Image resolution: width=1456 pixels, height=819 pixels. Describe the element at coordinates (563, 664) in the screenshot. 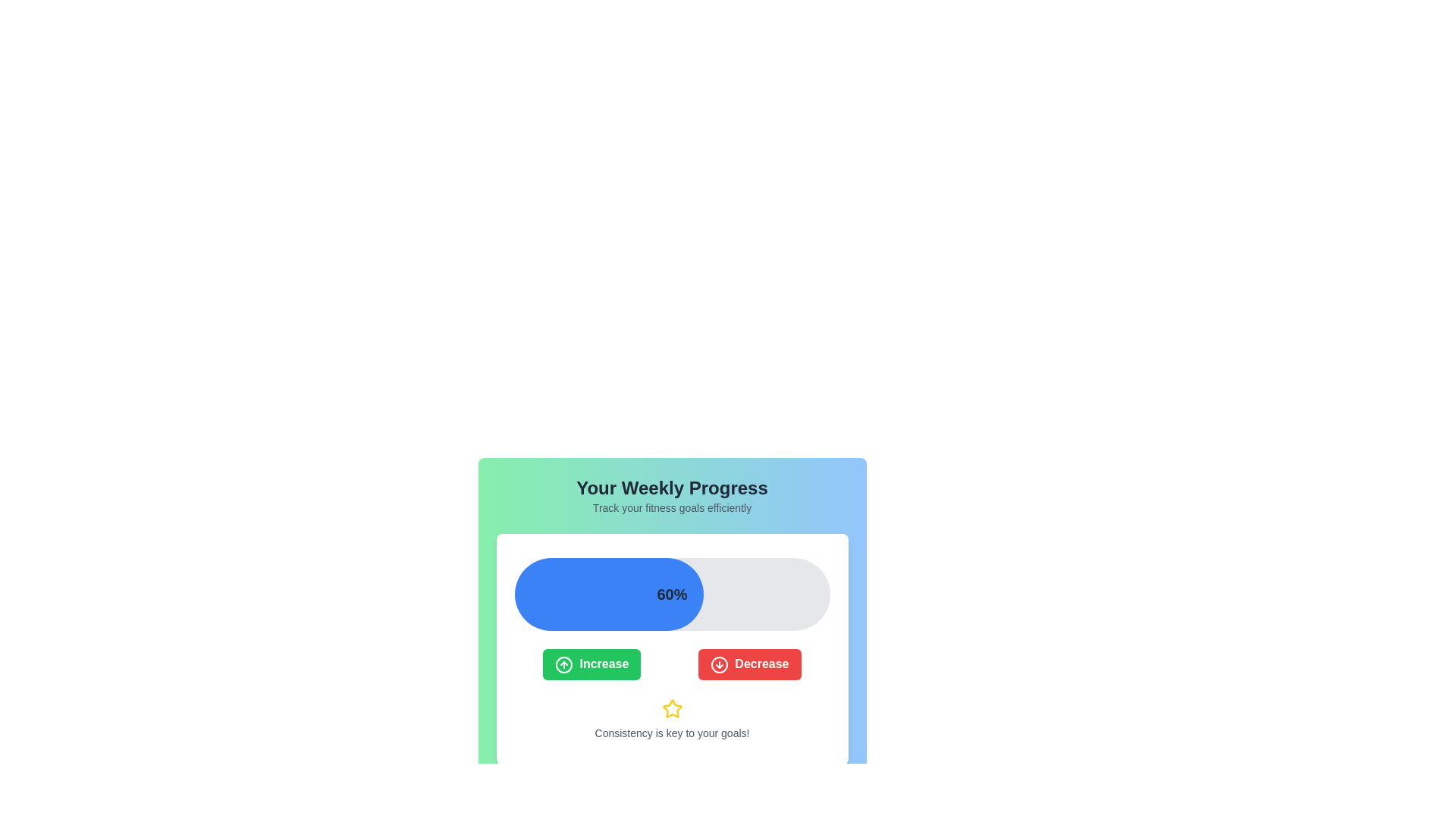

I see `the 'Increase' button, which is visually enhanced by the decorative circular background of the arrow icon located on the left-hand side below the progress bar` at that location.